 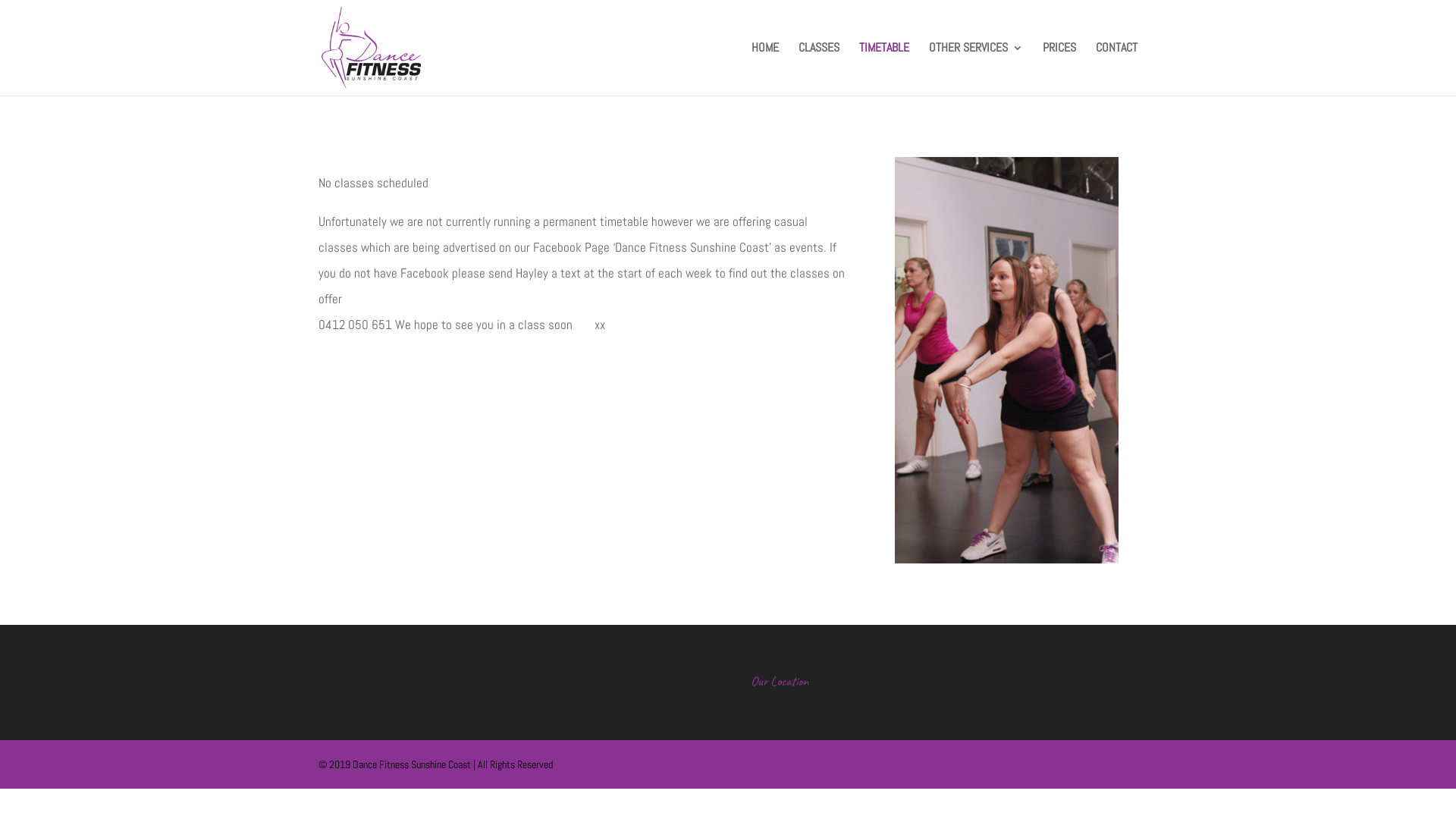 I want to click on 'PRICES', so click(x=1041, y=69).